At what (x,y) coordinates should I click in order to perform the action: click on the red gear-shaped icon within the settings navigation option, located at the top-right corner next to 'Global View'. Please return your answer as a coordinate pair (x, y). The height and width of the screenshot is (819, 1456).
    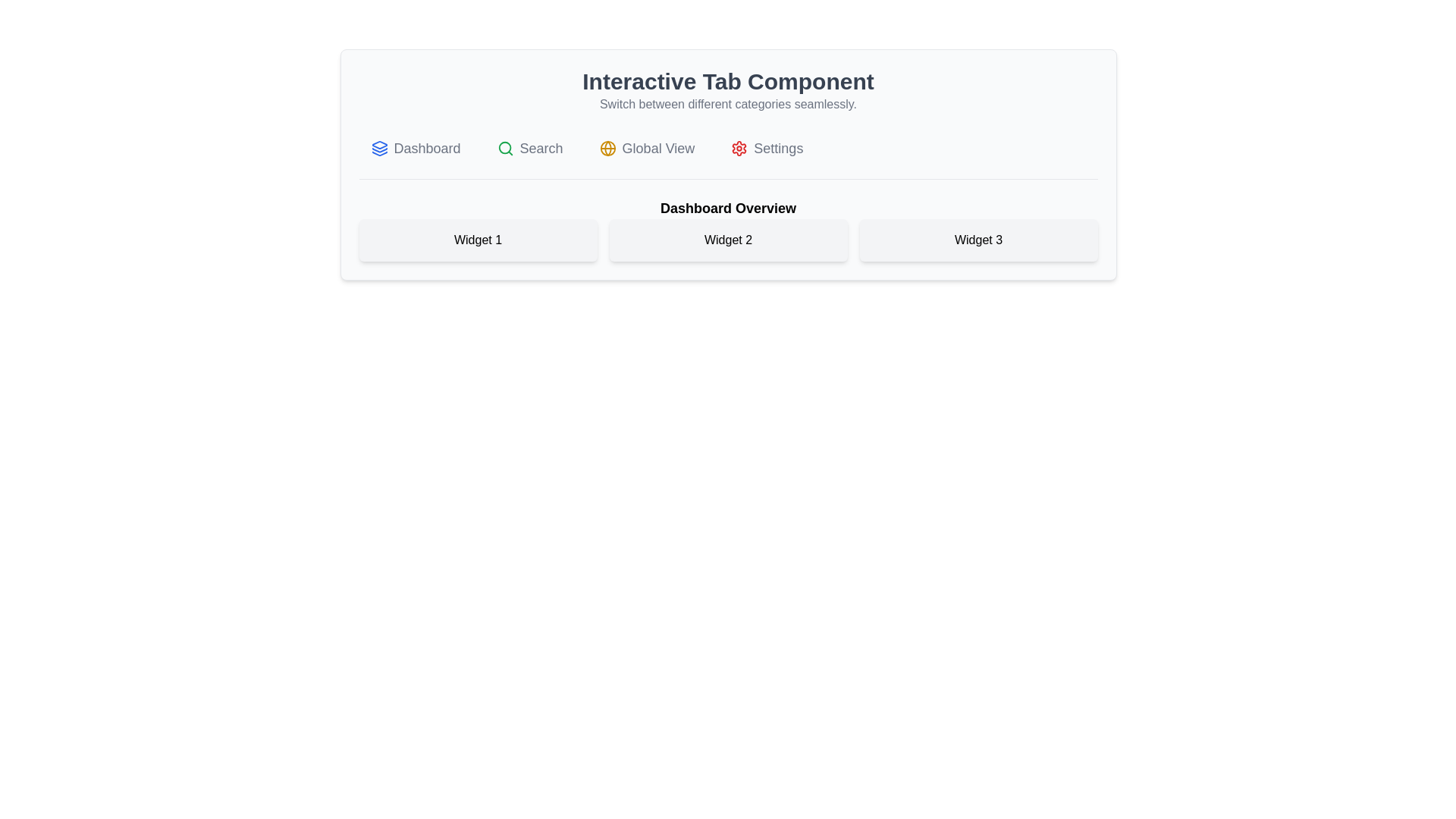
    Looking at the image, I should click on (739, 149).